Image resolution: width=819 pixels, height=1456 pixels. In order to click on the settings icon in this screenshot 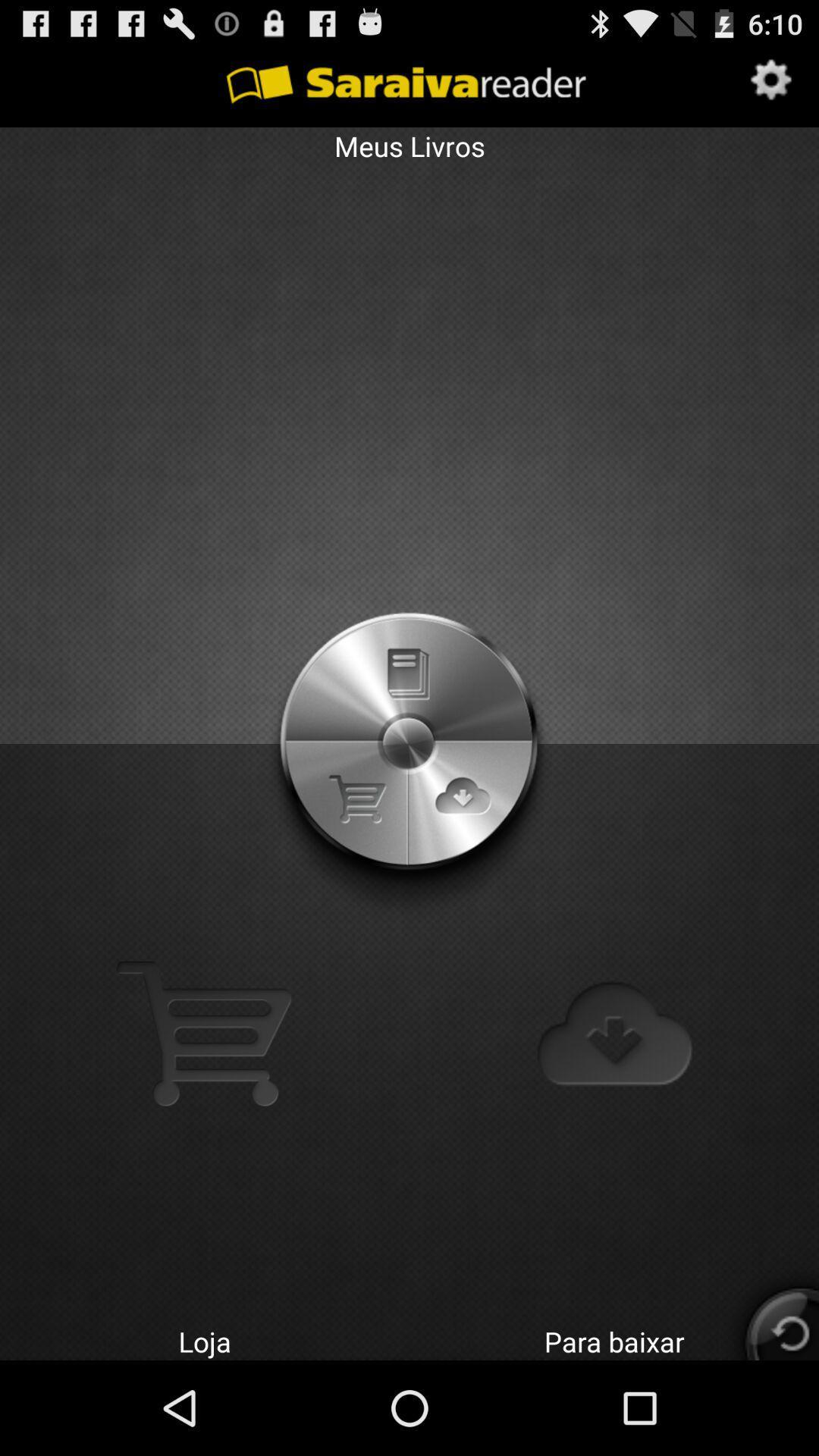, I will do `click(772, 86)`.